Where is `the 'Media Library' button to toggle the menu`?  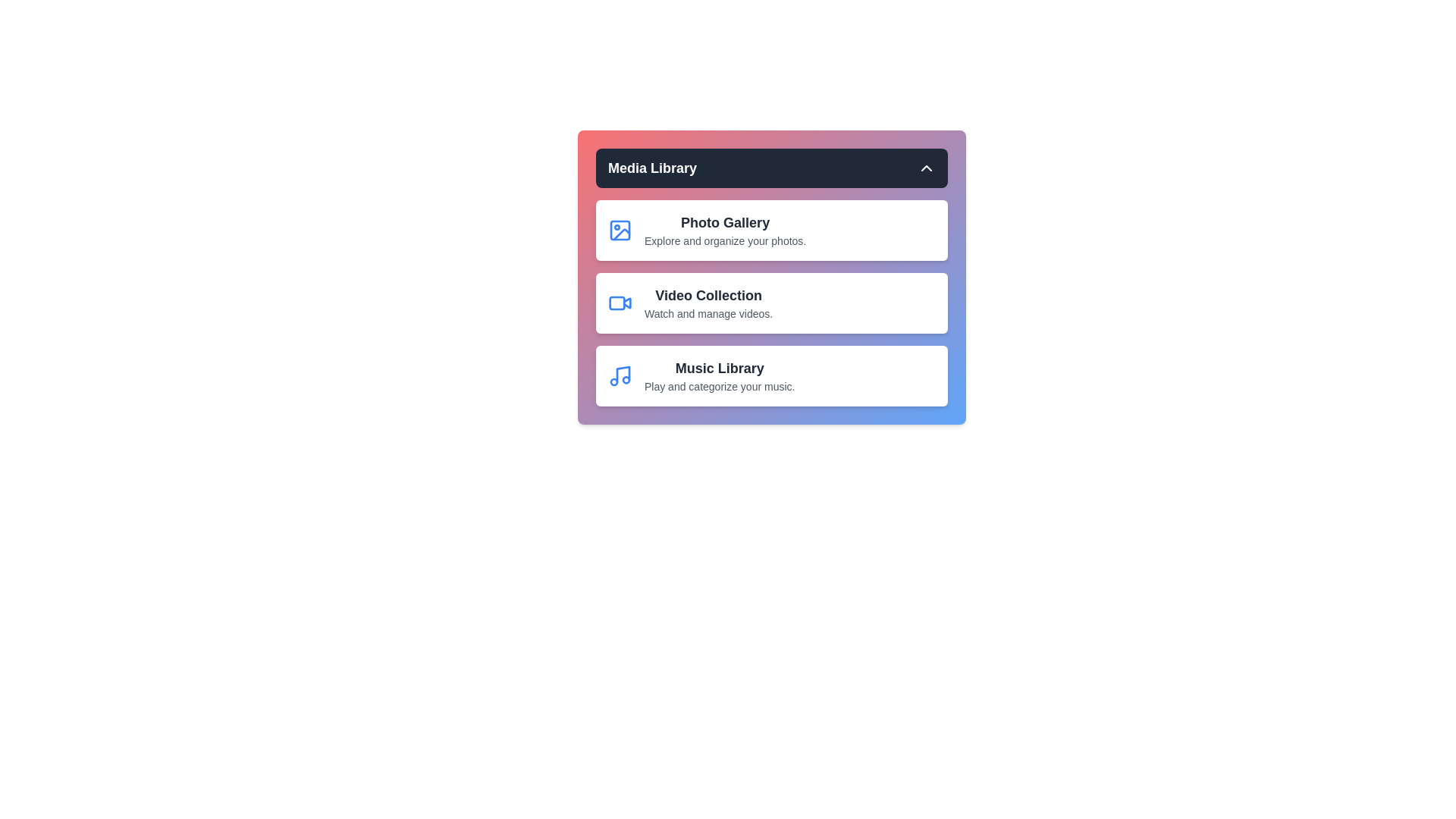 the 'Media Library' button to toggle the menu is located at coordinates (771, 168).